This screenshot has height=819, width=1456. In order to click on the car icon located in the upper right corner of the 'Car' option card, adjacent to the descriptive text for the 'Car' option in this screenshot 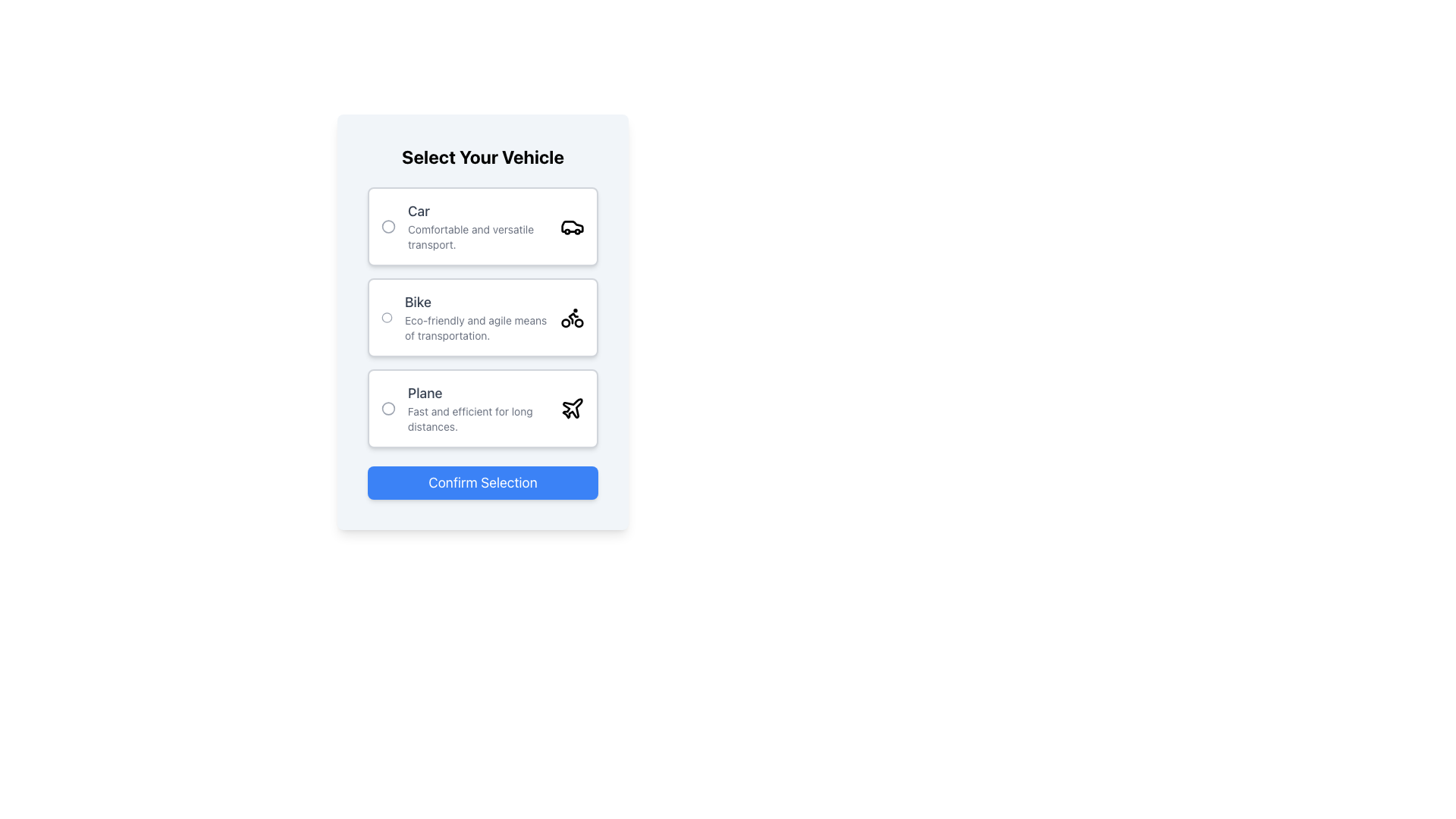, I will do `click(571, 227)`.